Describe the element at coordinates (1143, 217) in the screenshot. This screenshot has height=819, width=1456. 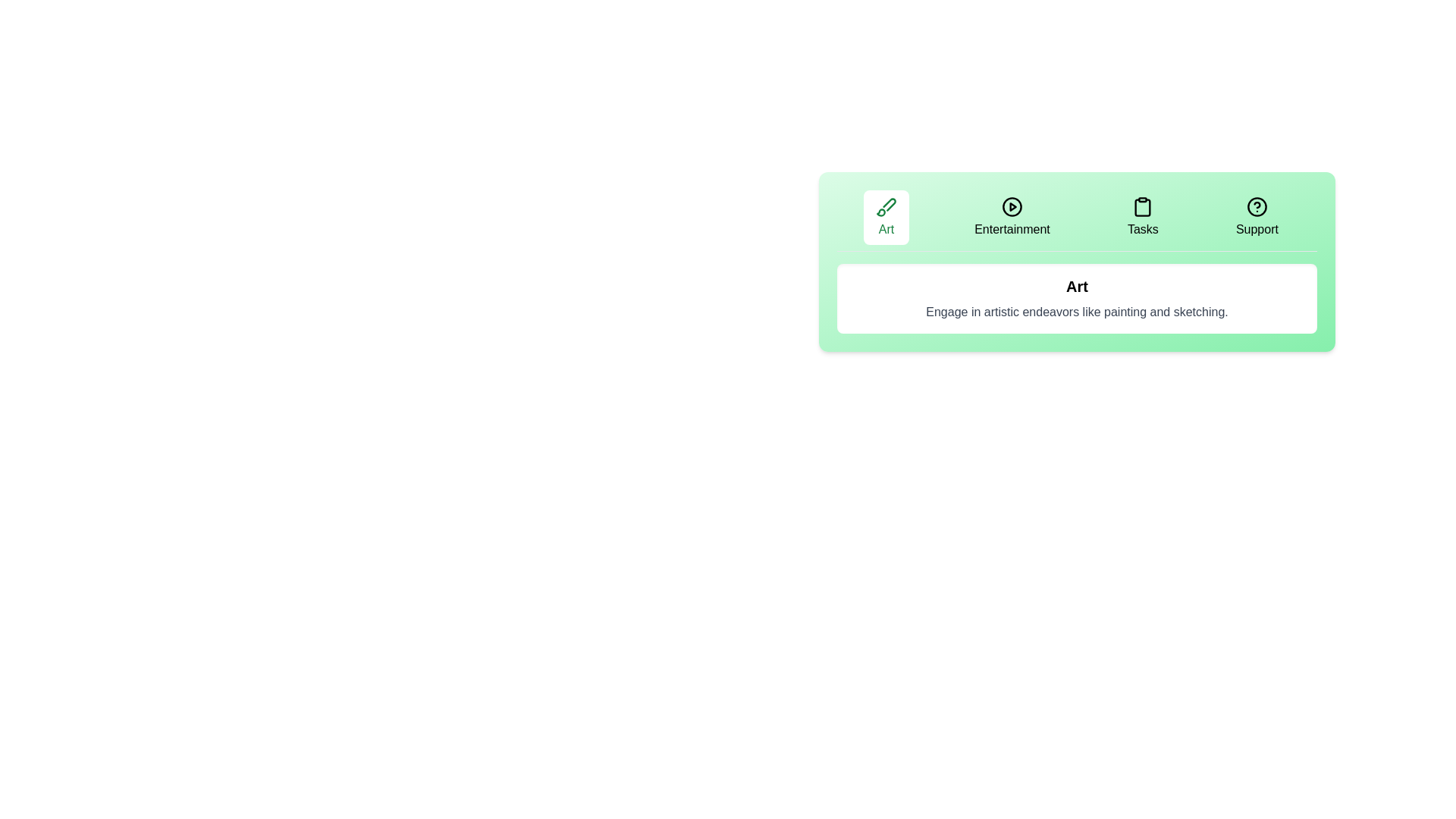
I see `the third button in a horizontal row of four, which is positioned between the 'Entertainment' button on the left and the 'Support' button on the right` at that location.